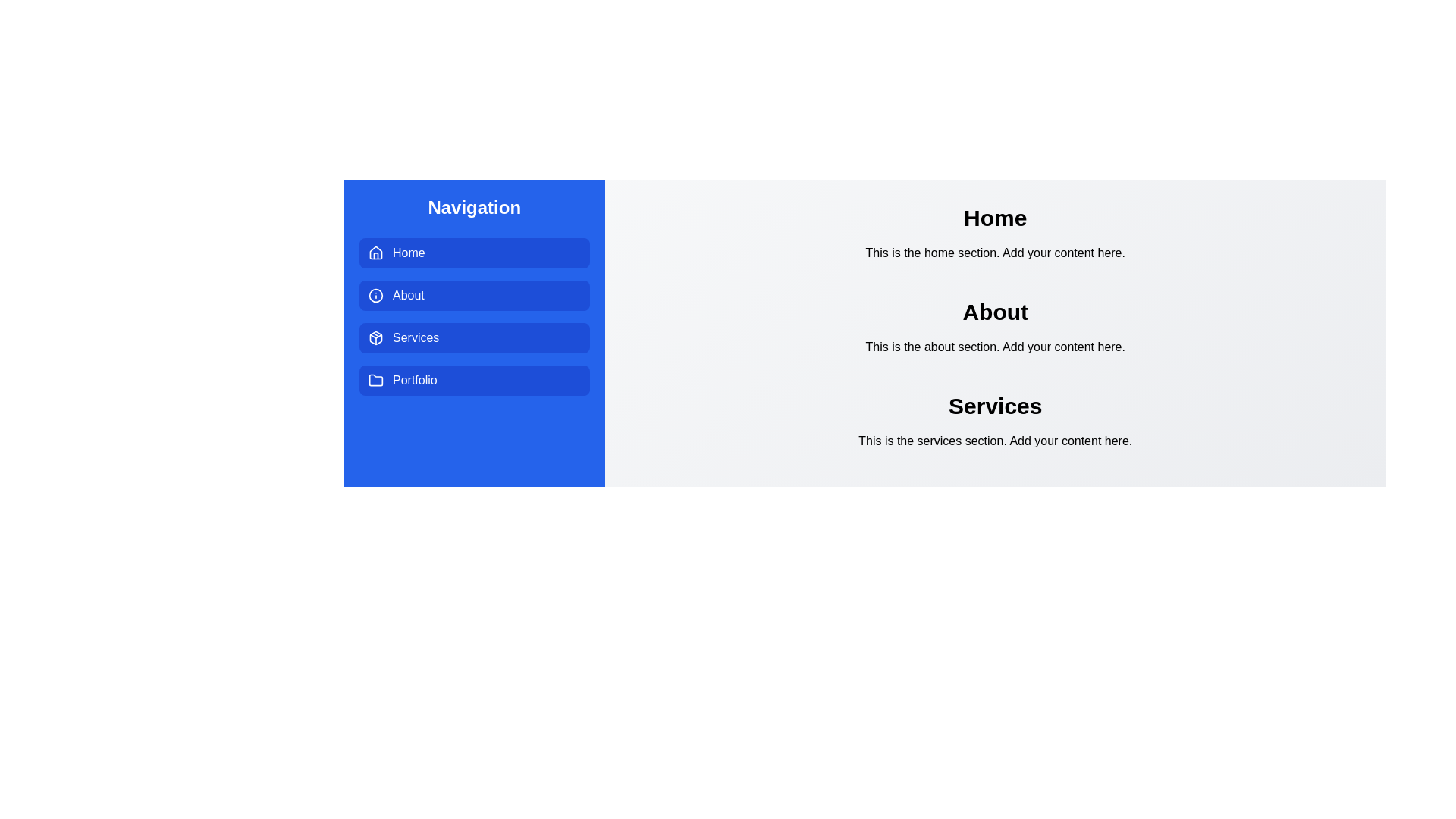 The height and width of the screenshot is (819, 1456). Describe the element at coordinates (375, 379) in the screenshot. I see `the folder-shaped blue icon that precedes the 'Portfolio' menu item in the navigation menu` at that location.